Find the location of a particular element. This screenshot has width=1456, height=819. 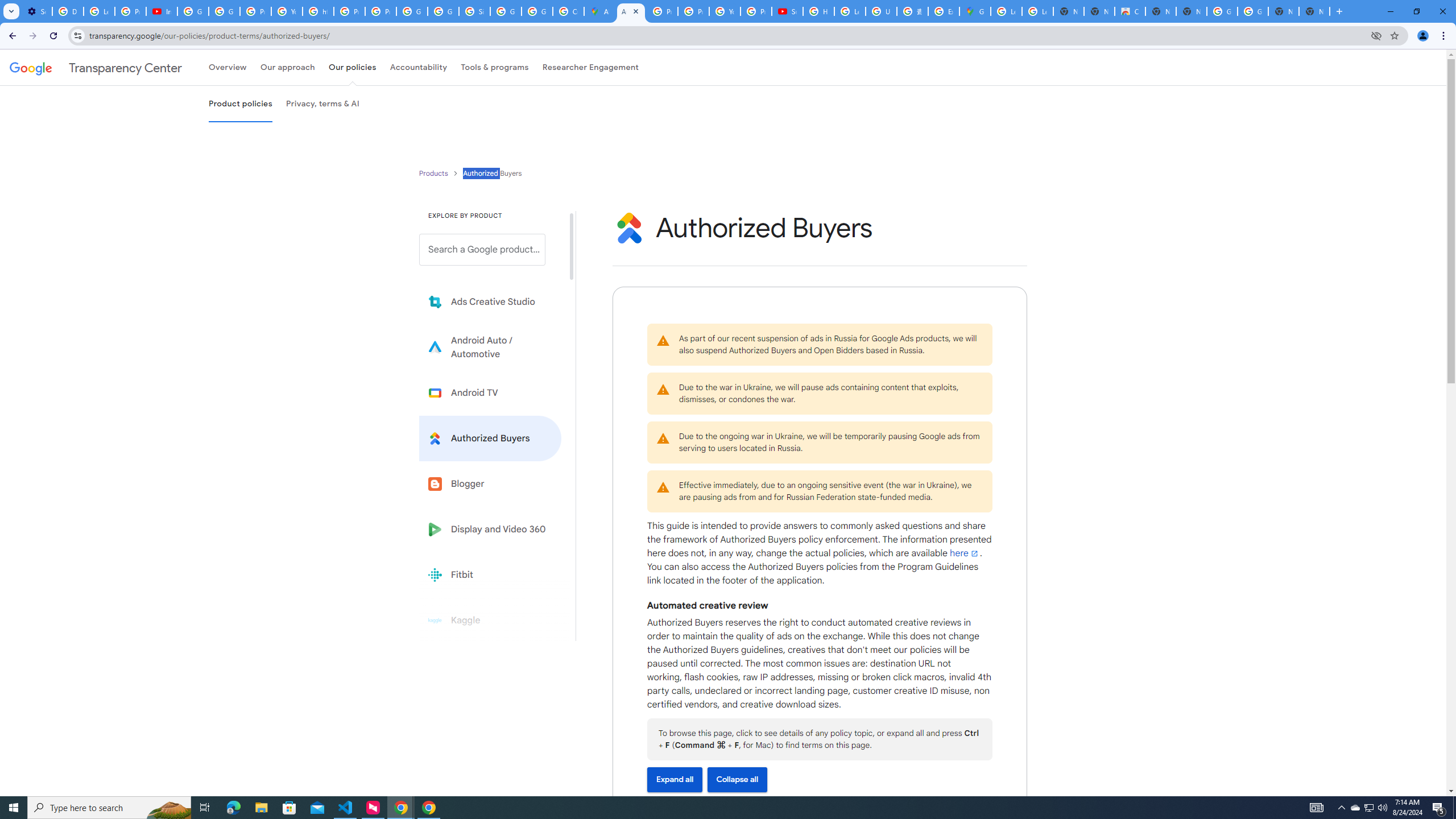

'Researcher Engagement' is located at coordinates (591, 67).